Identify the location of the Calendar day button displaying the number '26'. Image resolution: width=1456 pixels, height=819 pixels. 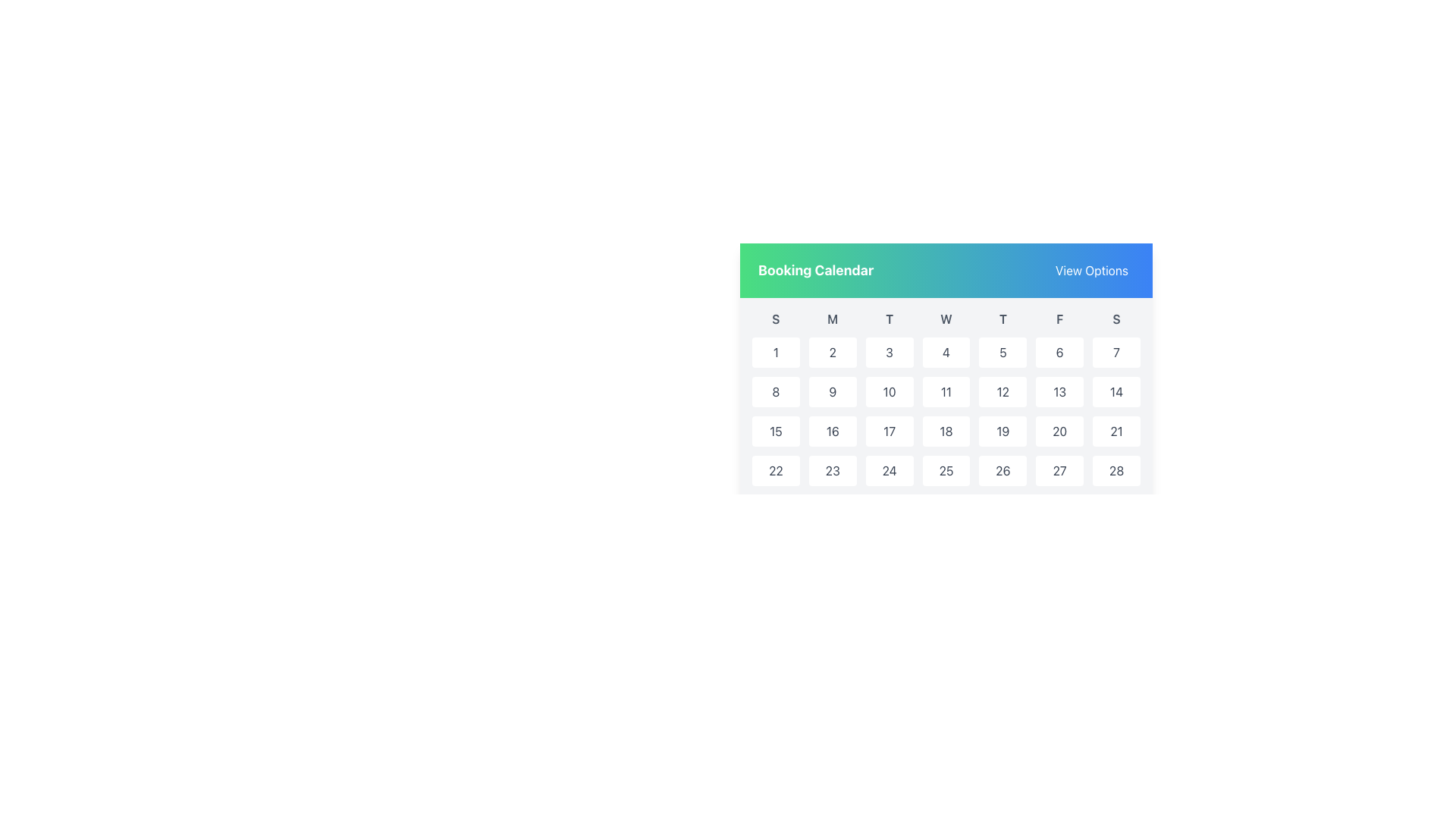
(1003, 470).